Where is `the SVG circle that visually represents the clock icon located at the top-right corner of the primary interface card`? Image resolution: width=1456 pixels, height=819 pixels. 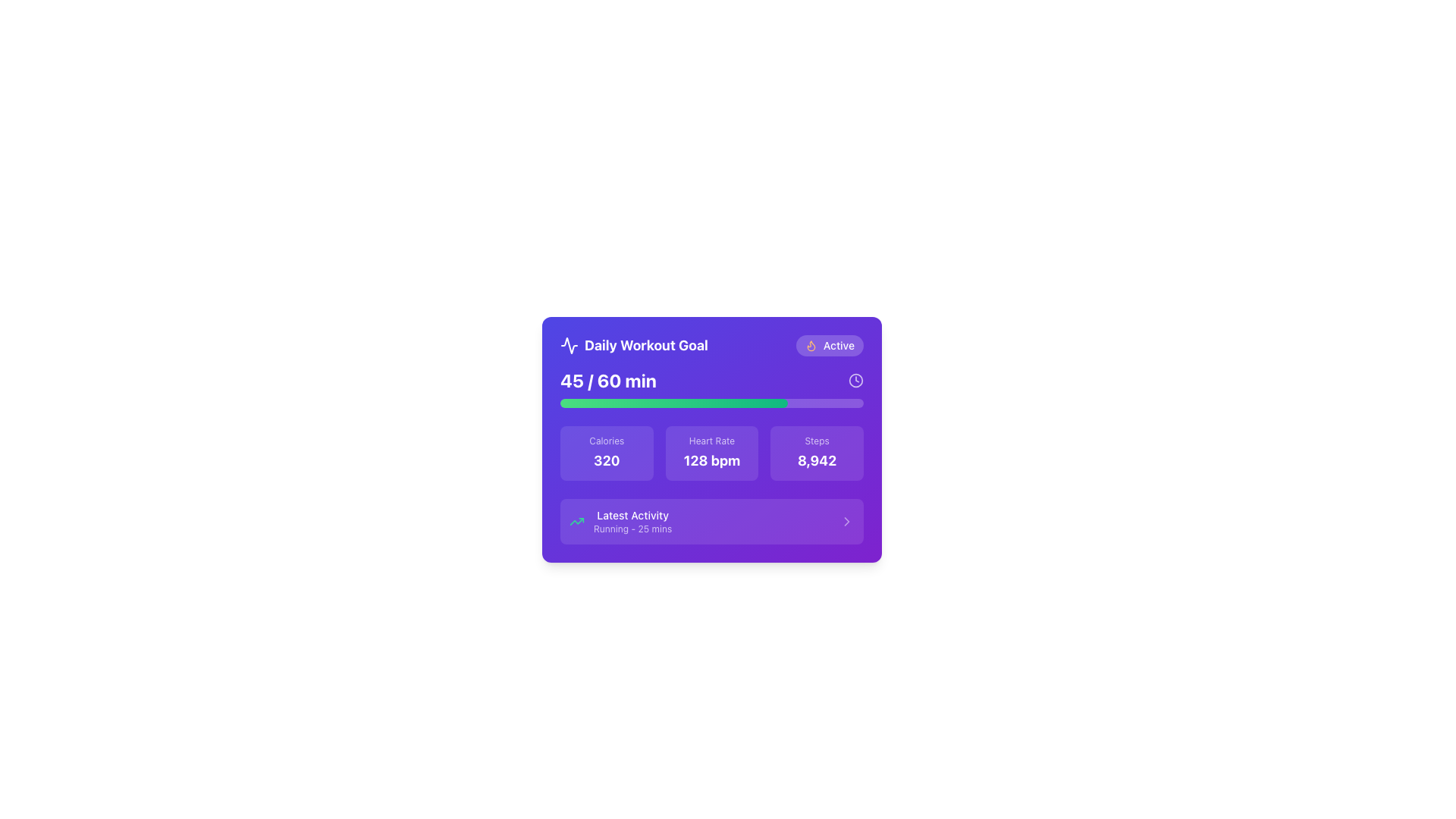
the SVG circle that visually represents the clock icon located at the top-right corner of the primary interface card is located at coordinates (855, 379).